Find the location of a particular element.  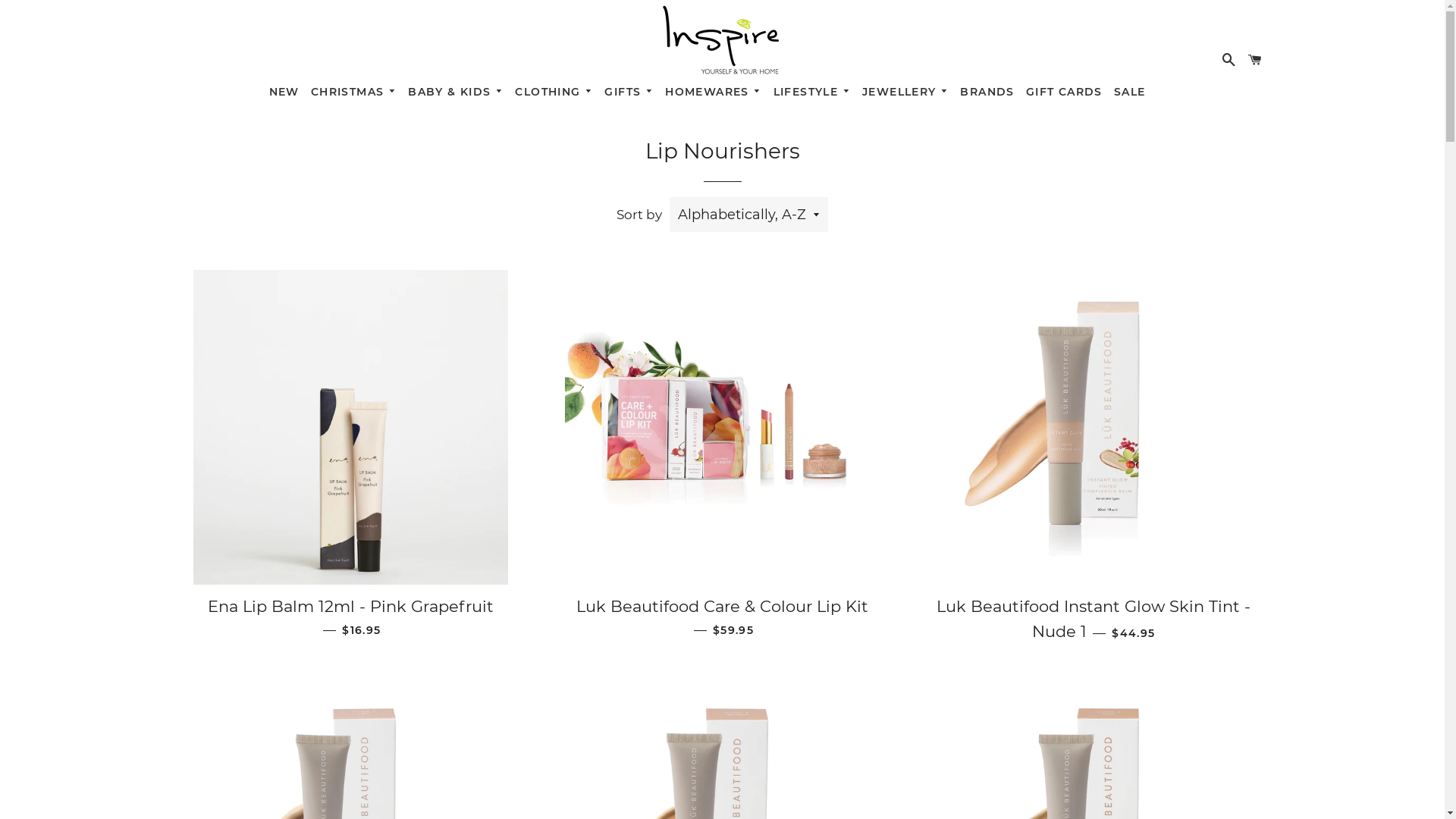

'SALE' is located at coordinates (1129, 89).